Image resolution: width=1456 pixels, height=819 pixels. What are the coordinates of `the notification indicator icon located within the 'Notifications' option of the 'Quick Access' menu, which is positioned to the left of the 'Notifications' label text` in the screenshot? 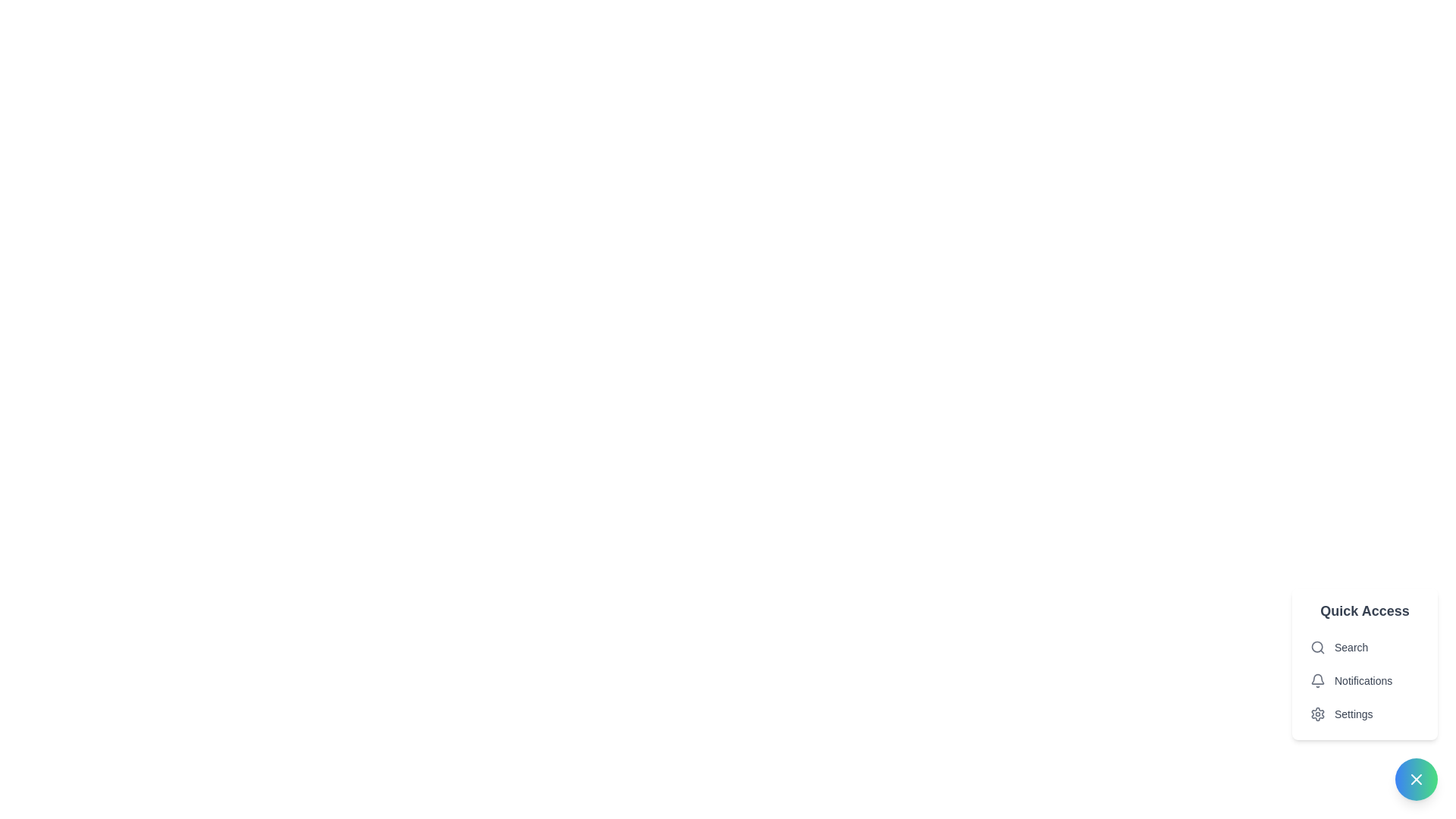 It's located at (1316, 680).